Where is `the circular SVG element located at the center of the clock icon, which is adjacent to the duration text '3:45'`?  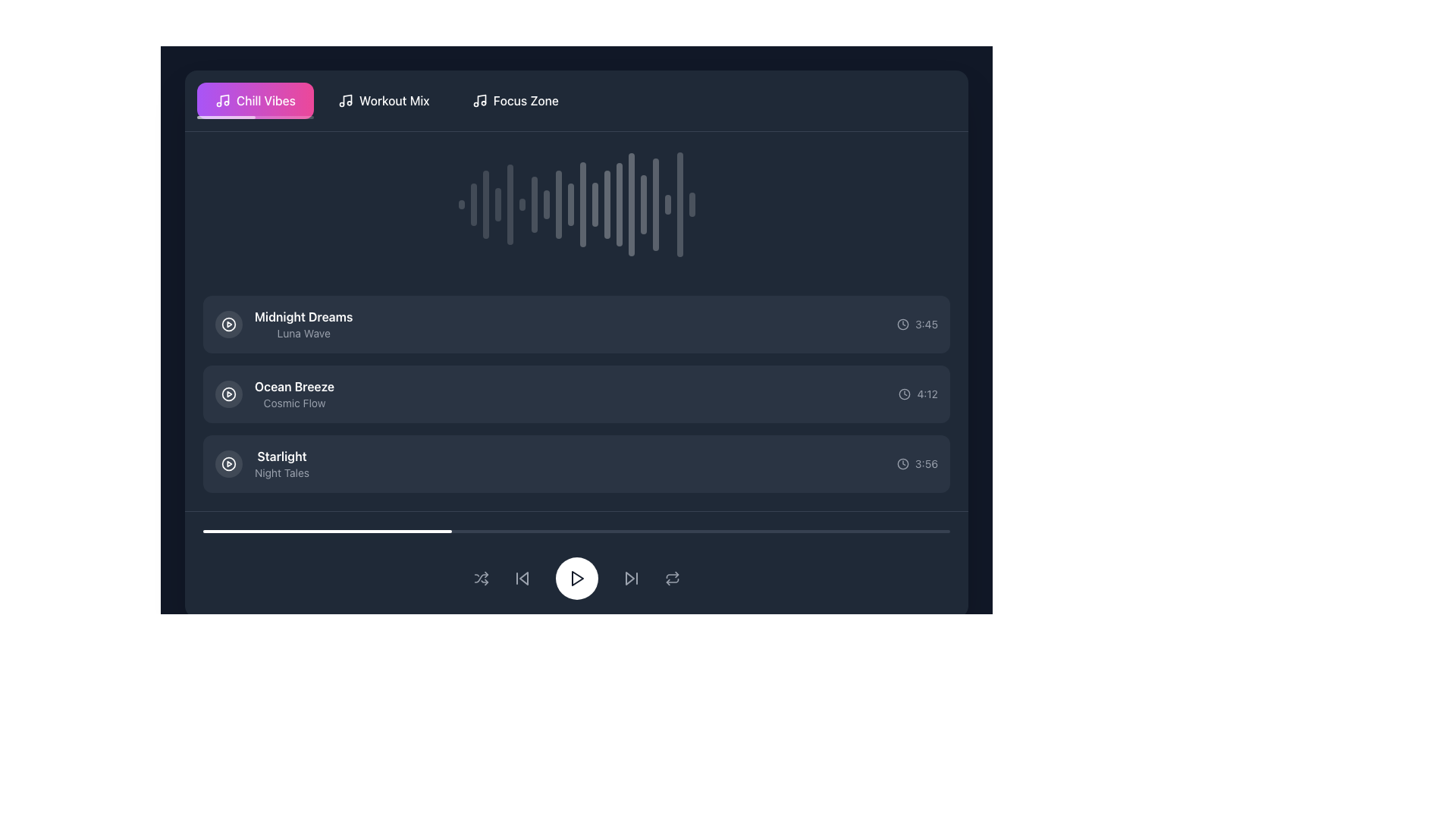
the circular SVG element located at the center of the clock icon, which is adjacent to the duration text '3:45' is located at coordinates (902, 324).